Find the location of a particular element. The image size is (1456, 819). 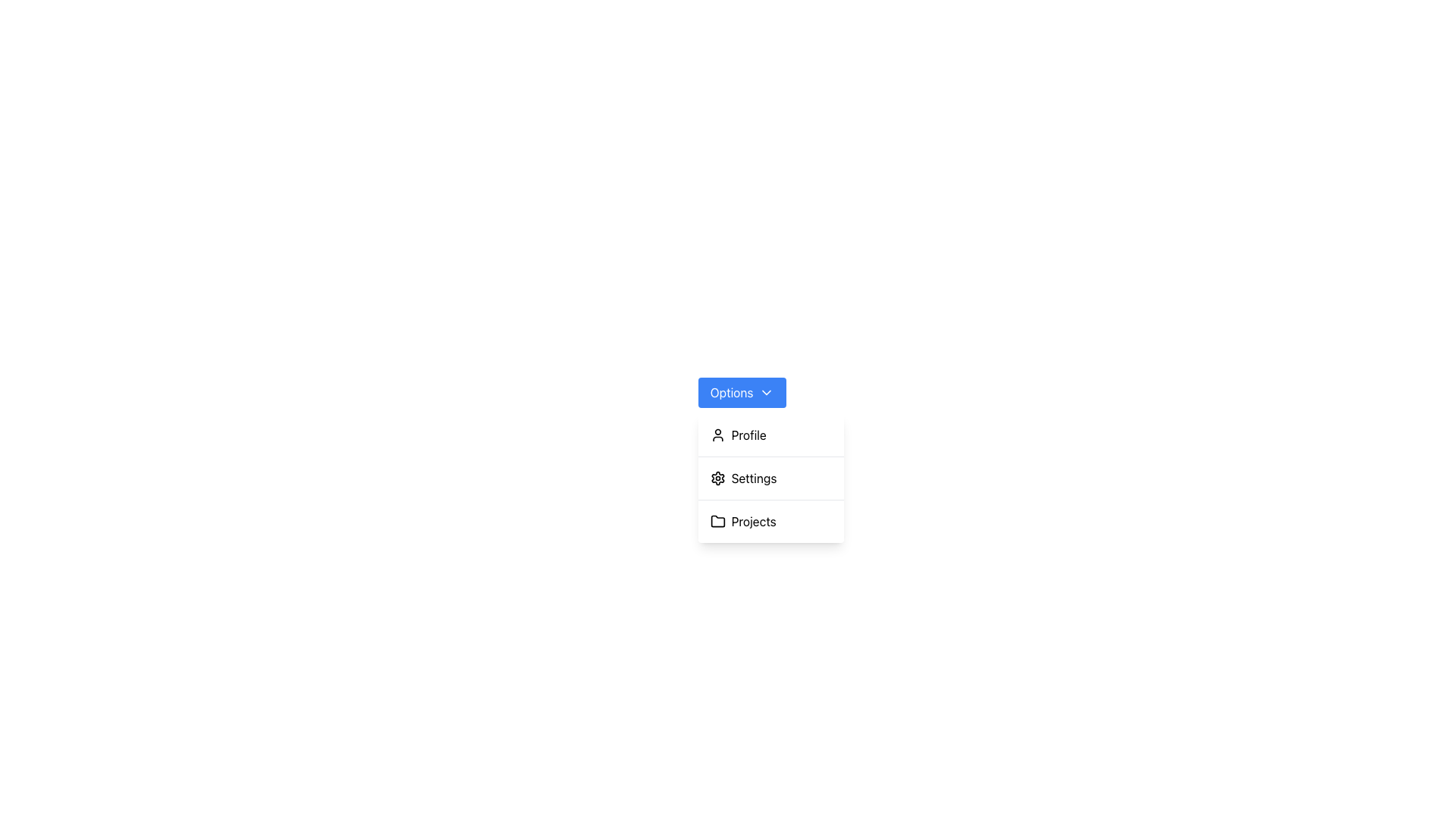

the settings icon positioned to the left of the text label in the interactive menu is located at coordinates (717, 479).